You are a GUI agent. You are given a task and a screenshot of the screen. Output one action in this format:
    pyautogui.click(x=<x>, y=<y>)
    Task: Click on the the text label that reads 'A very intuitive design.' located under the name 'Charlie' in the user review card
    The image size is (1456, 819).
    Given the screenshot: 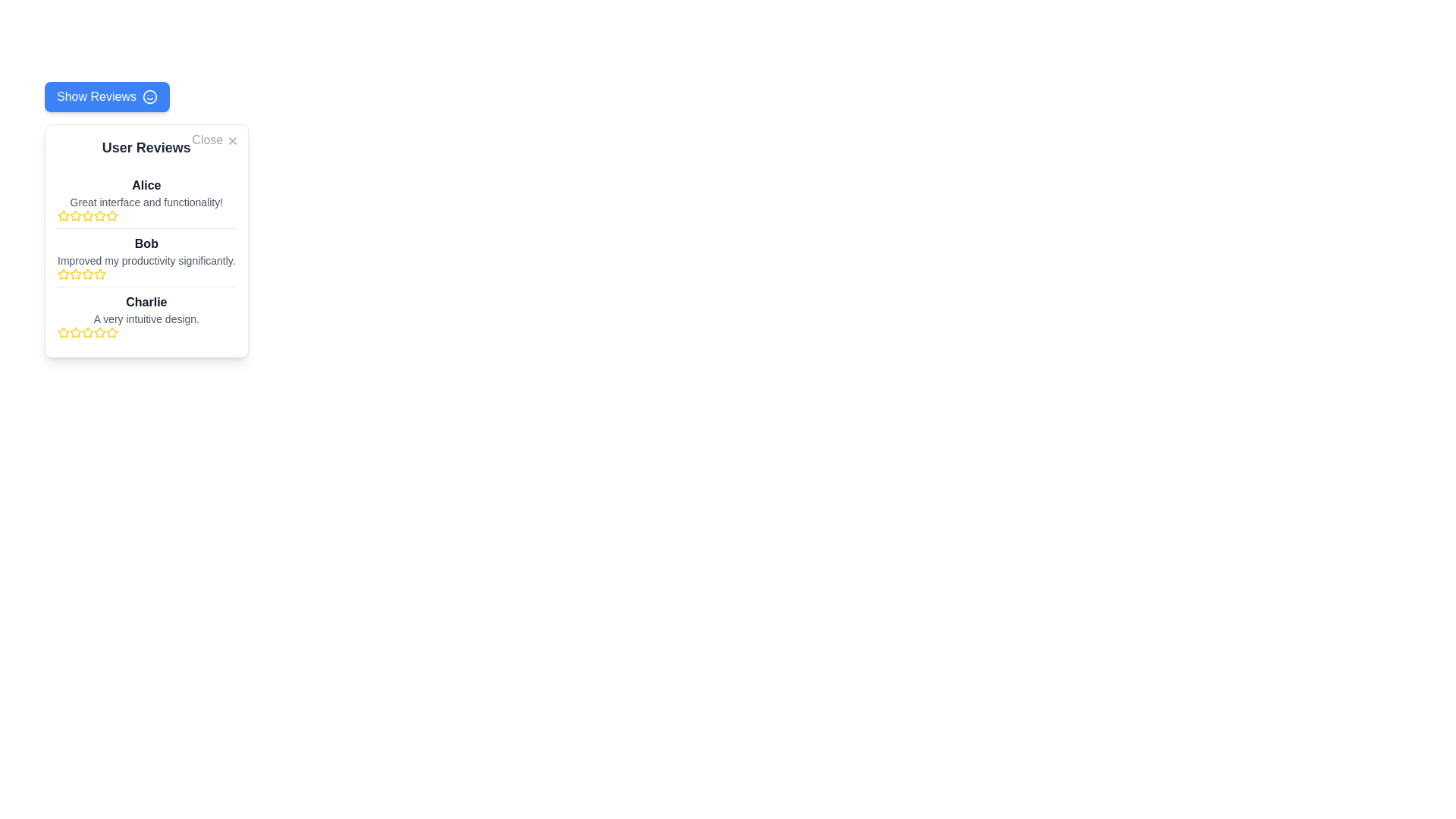 What is the action you would take?
    pyautogui.click(x=146, y=318)
    